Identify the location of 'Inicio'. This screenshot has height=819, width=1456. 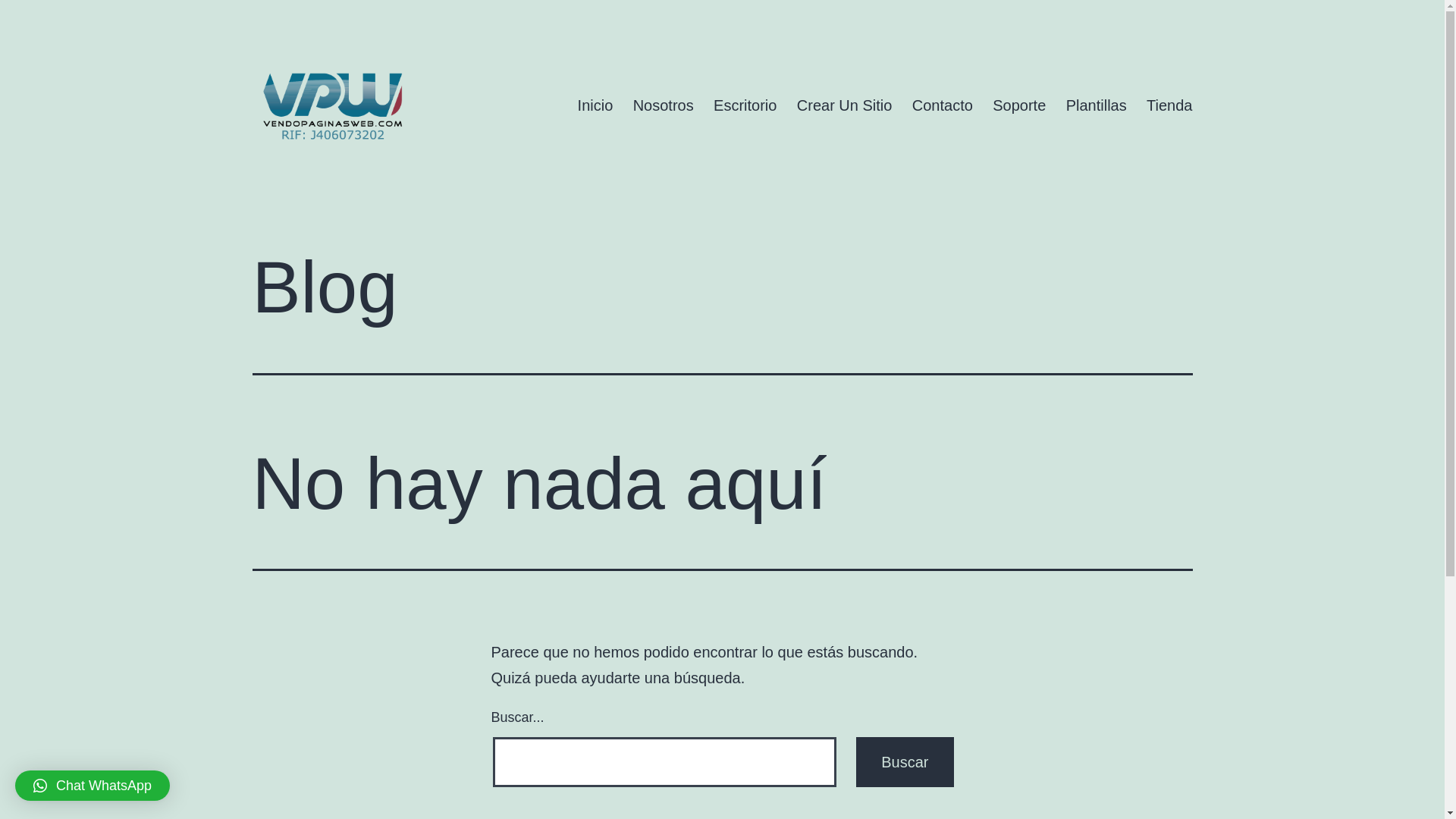
(594, 104).